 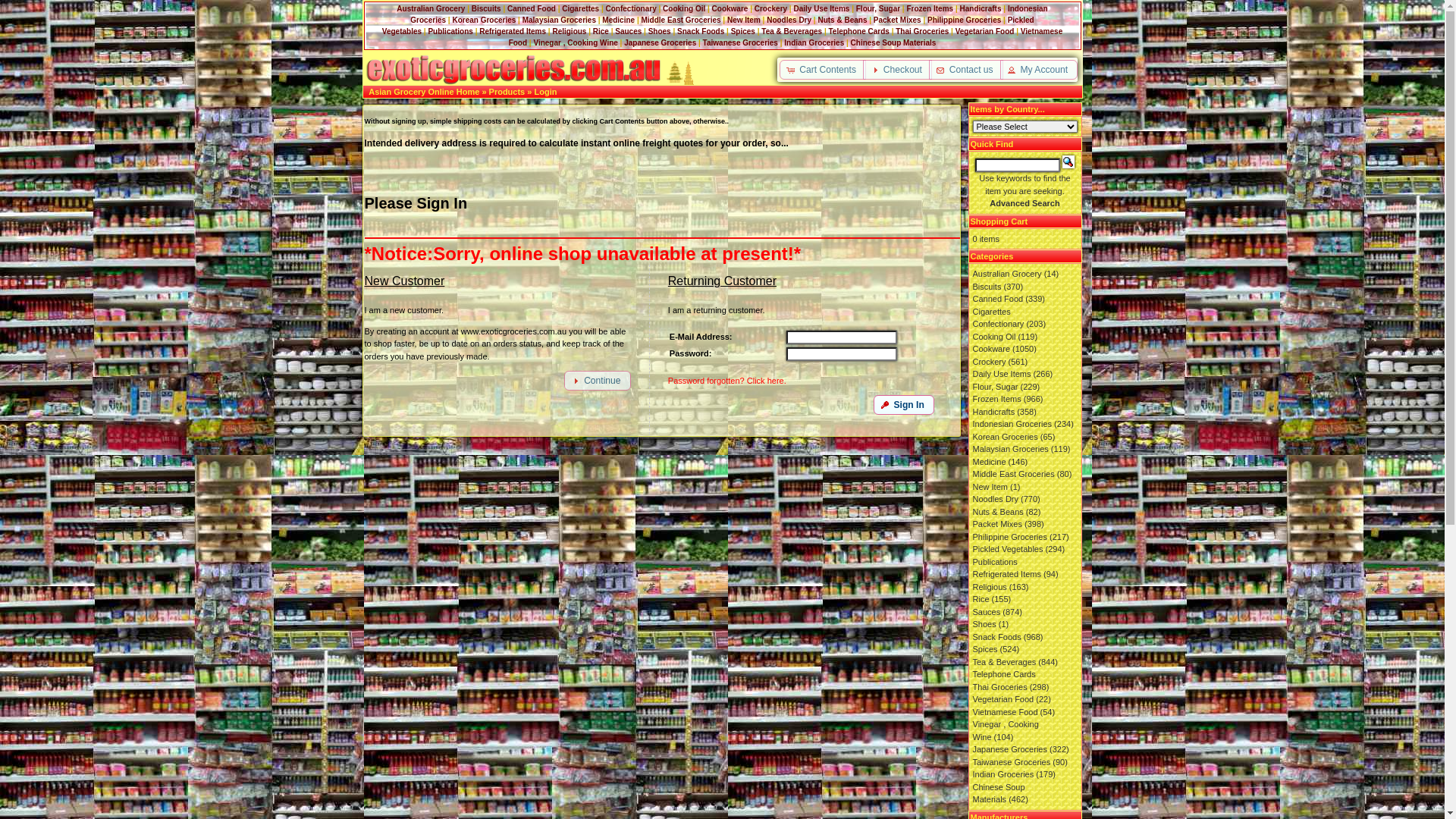 I want to click on 'Sign In', so click(x=903, y=403).